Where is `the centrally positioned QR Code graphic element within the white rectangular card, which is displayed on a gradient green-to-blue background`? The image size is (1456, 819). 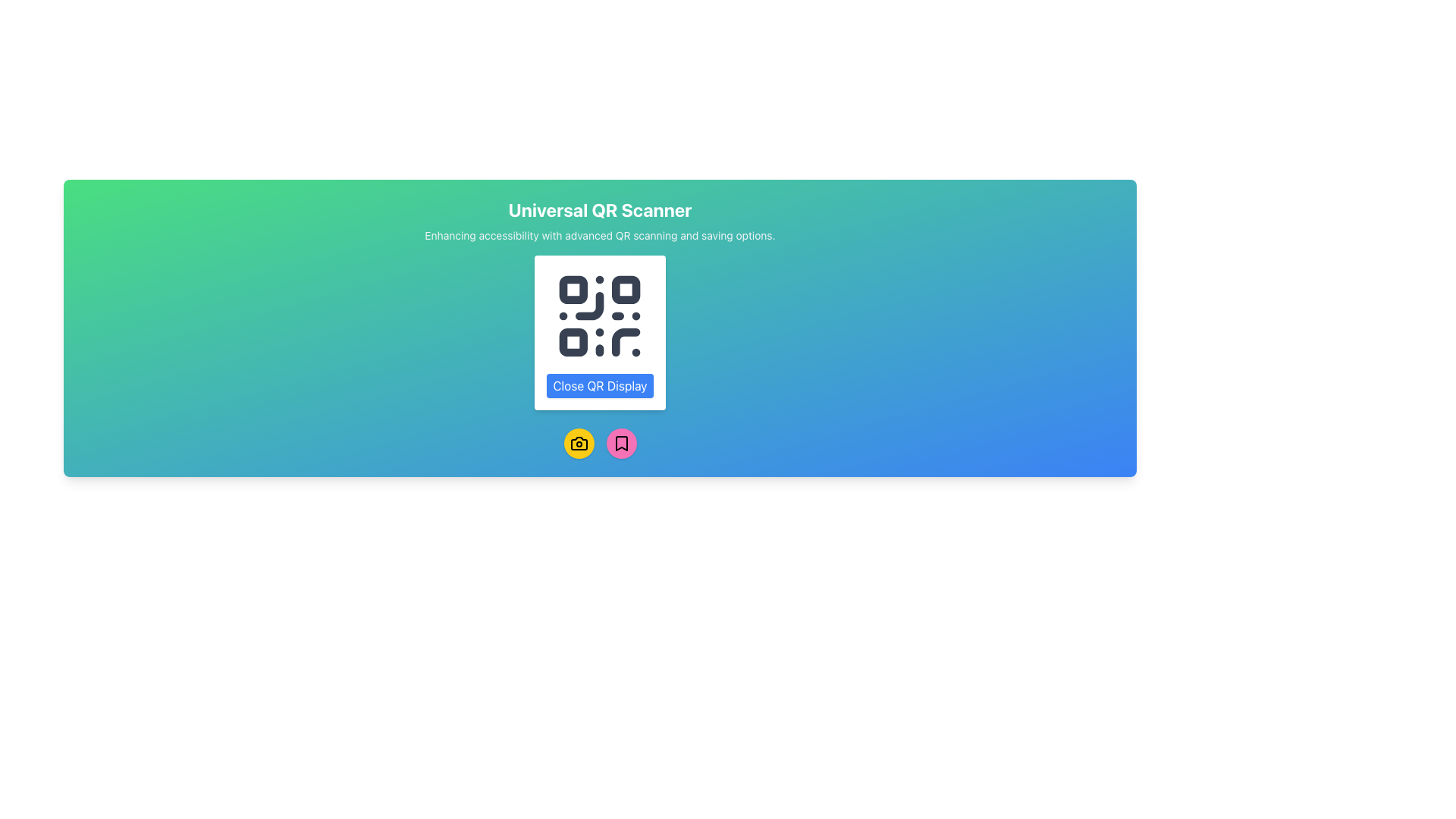 the centrally positioned QR Code graphic element within the white rectangular card, which is displayed on a gradient green-to-blue background is located at coordinates (599, 315).